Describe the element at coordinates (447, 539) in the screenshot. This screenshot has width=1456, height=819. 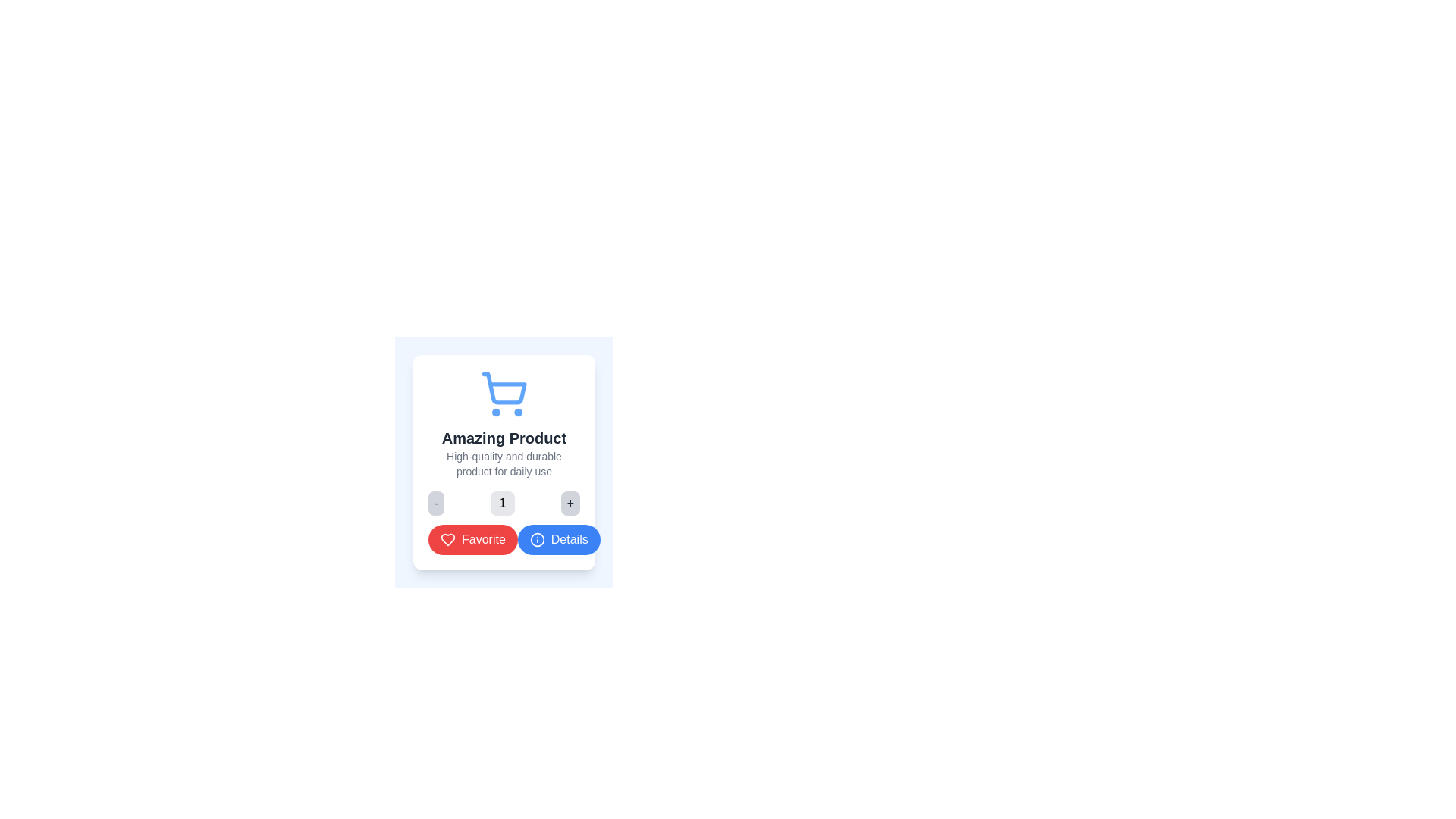
I see `the heart icon representing the 'favorite' action` at that location.